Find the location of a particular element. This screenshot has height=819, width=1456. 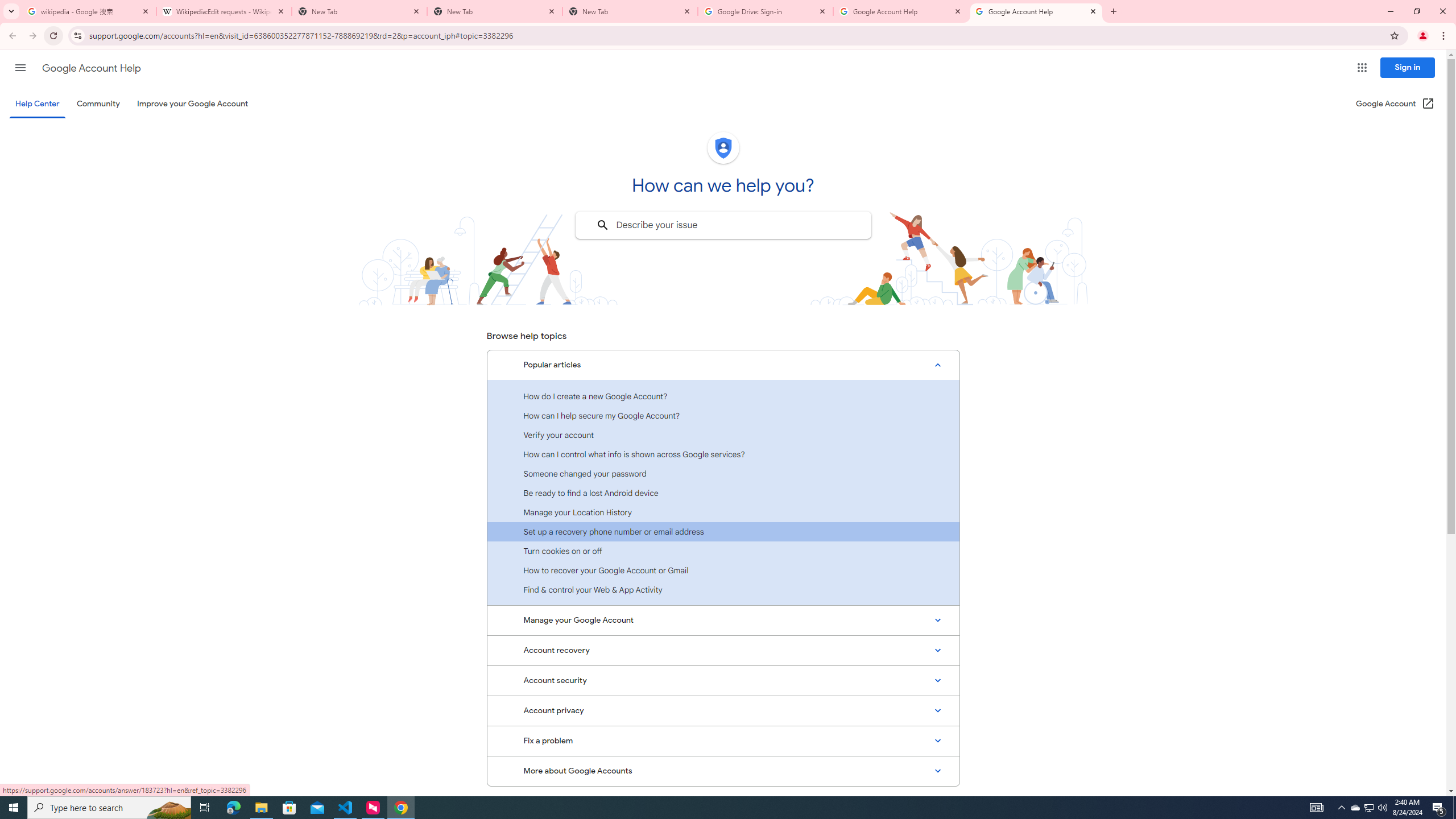

'Wikipedia:Edit requests - Wikipedia' is located at coordinates (224, 11).